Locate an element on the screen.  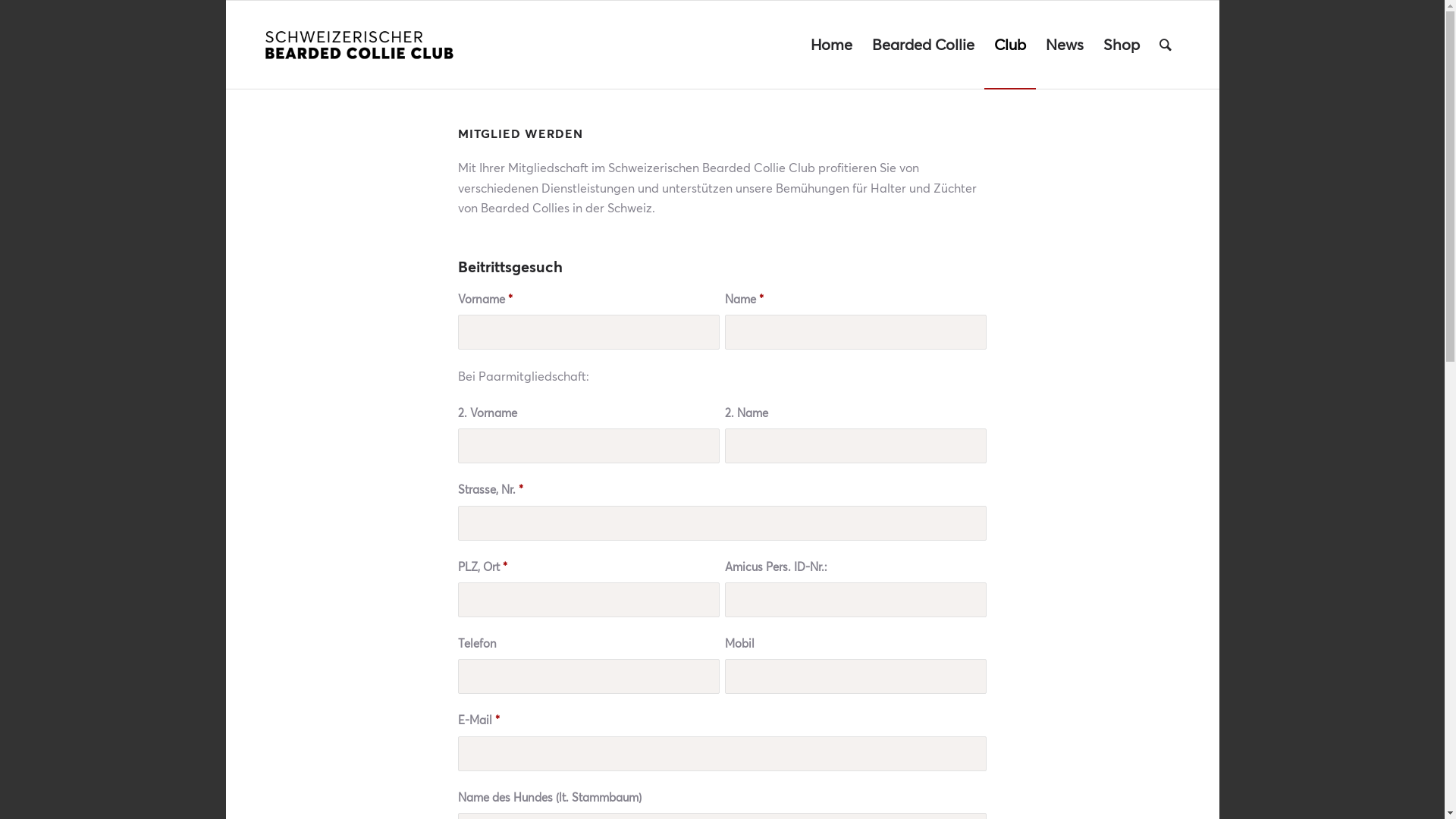
'Home' is located at coordinates (800, 43).